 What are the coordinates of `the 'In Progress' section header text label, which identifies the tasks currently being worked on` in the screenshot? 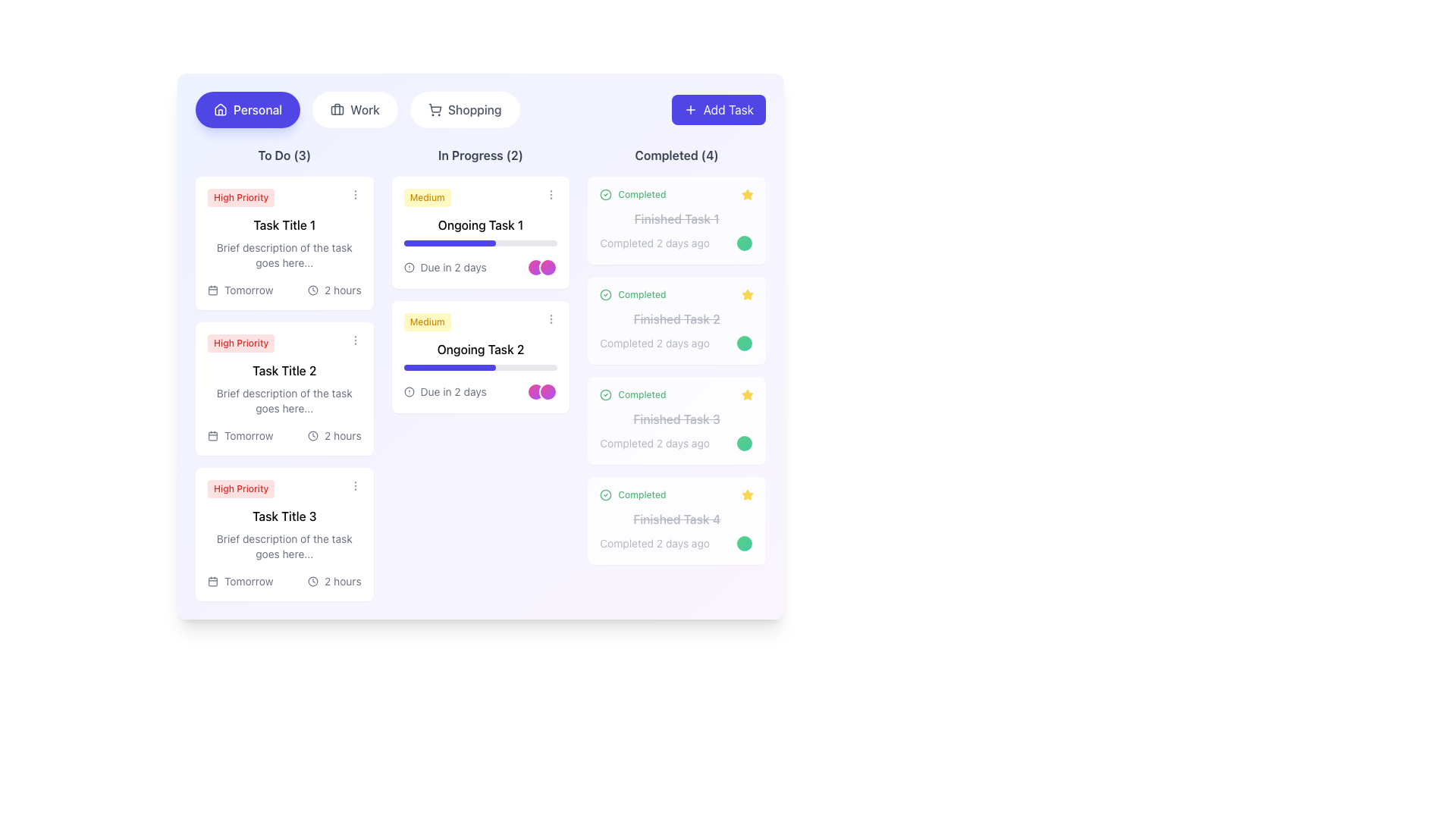 It's located at (479, 155).